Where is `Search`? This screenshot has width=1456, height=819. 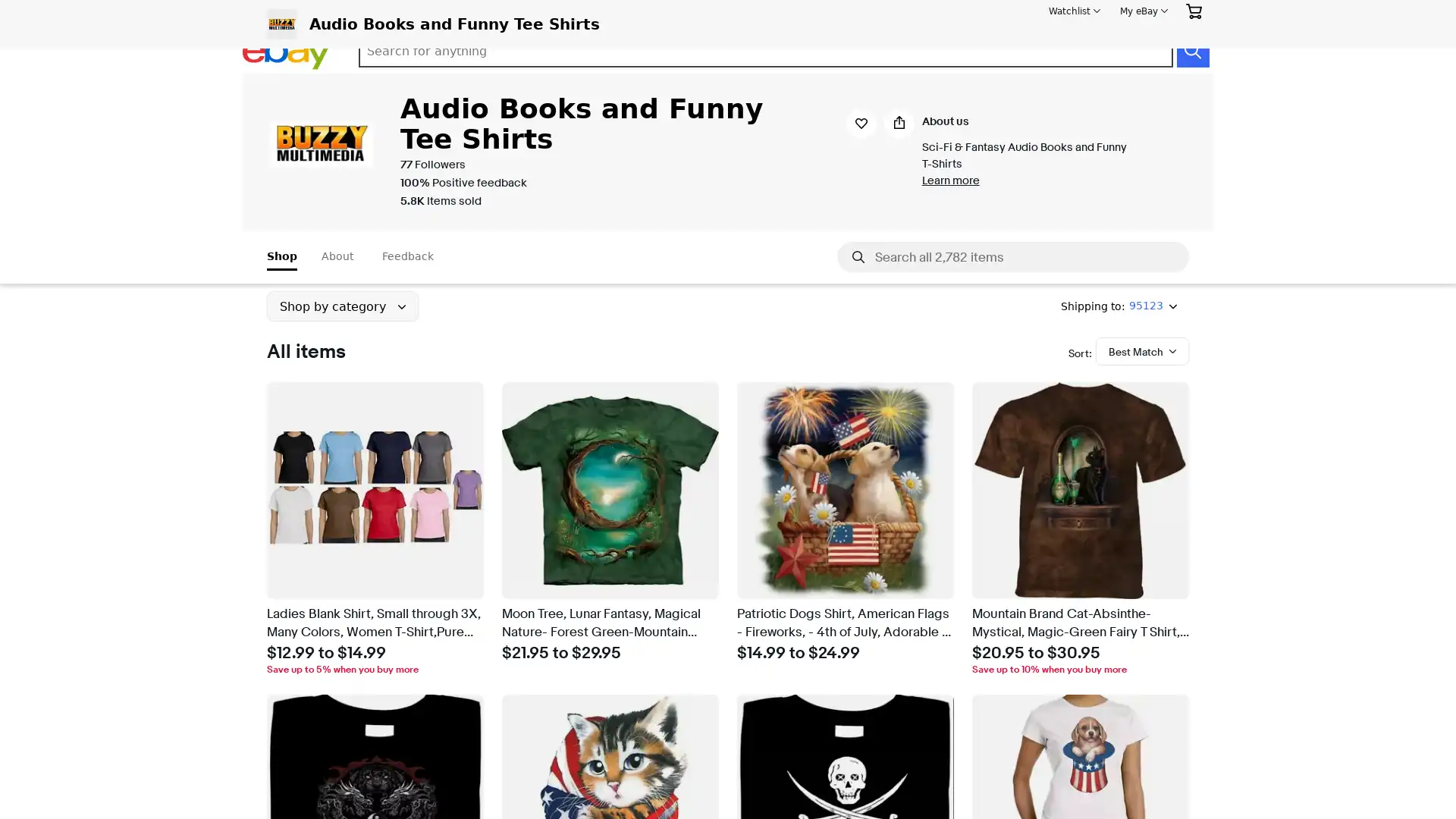 Search is located at coordinates (1191, 51).